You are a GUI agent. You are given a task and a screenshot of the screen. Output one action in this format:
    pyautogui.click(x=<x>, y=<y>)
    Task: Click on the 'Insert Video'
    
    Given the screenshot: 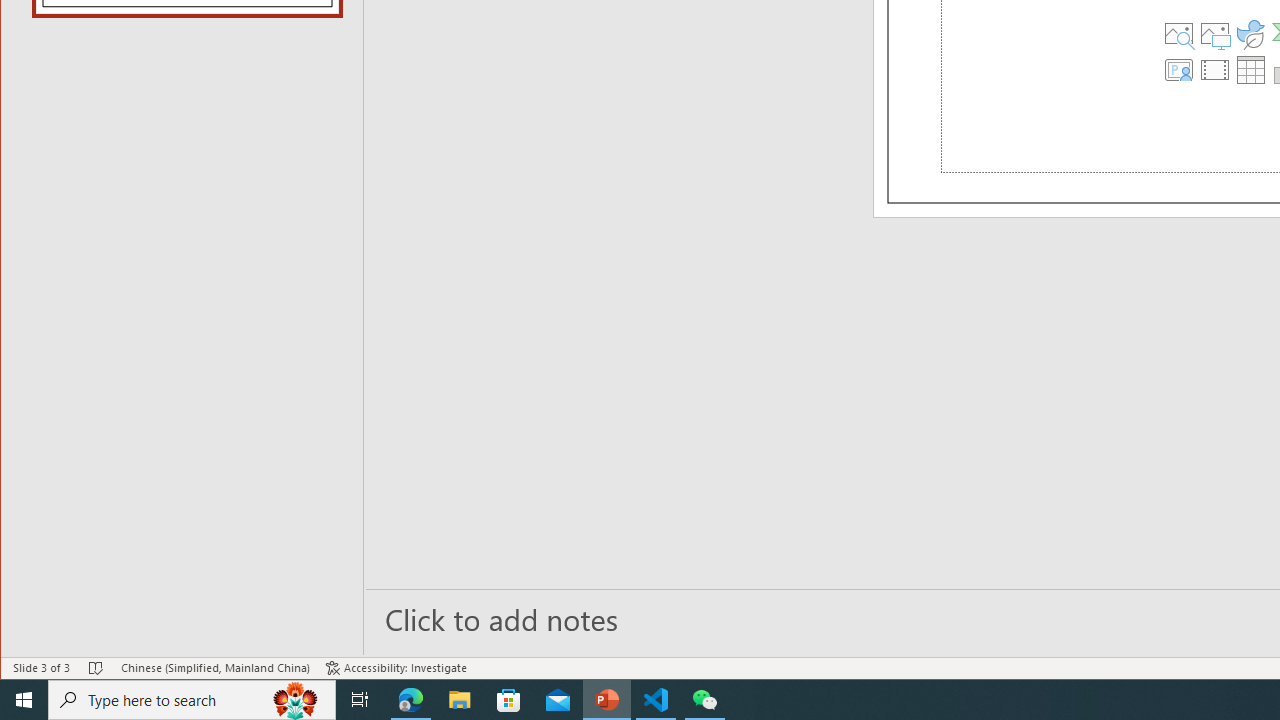 What is the action you would take?
    pyautogui.click(x=1214, y=68)
    